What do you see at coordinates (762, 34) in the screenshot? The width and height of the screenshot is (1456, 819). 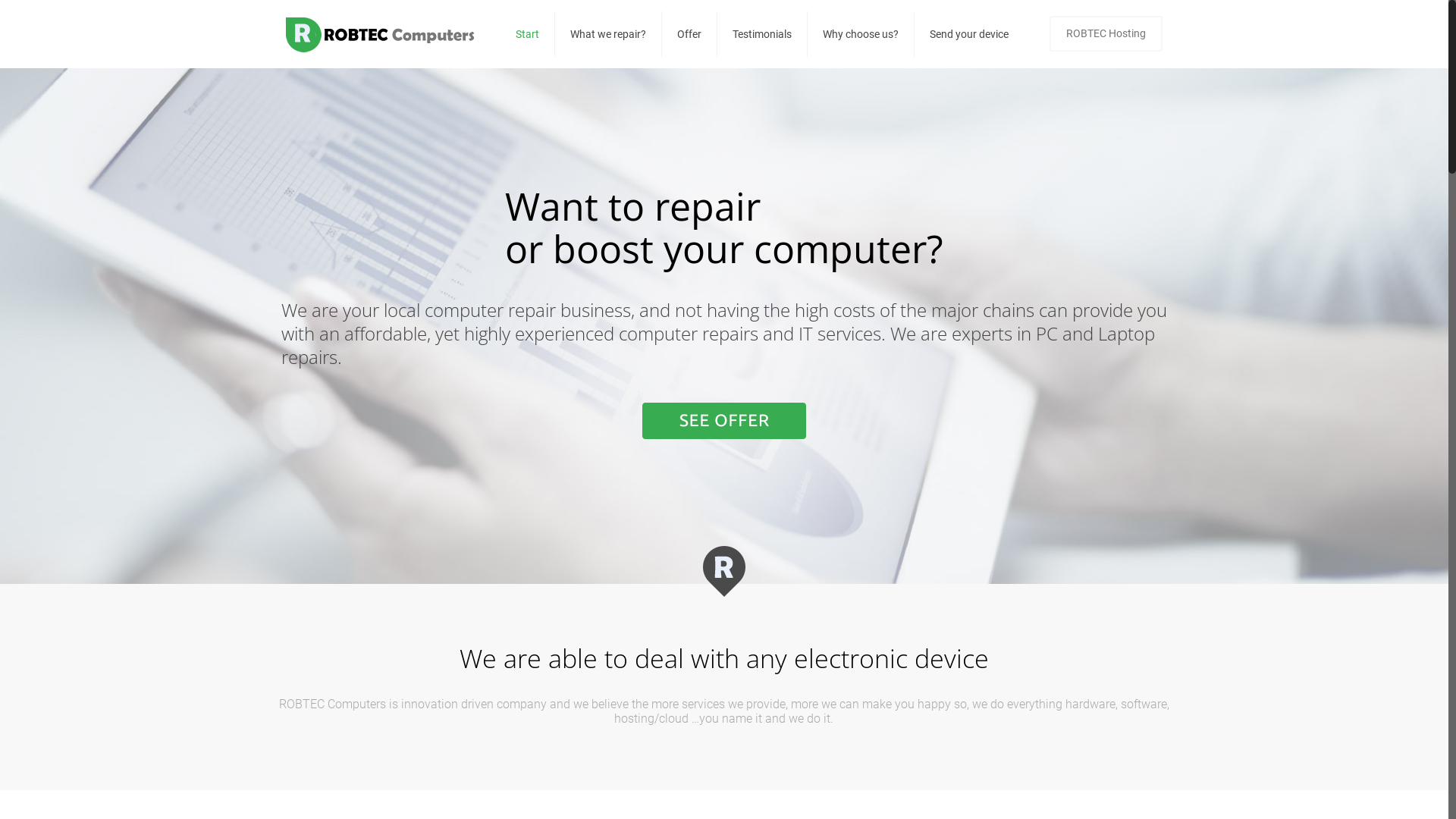 I see `'Testimonials'` at bounding box center [762, 34].